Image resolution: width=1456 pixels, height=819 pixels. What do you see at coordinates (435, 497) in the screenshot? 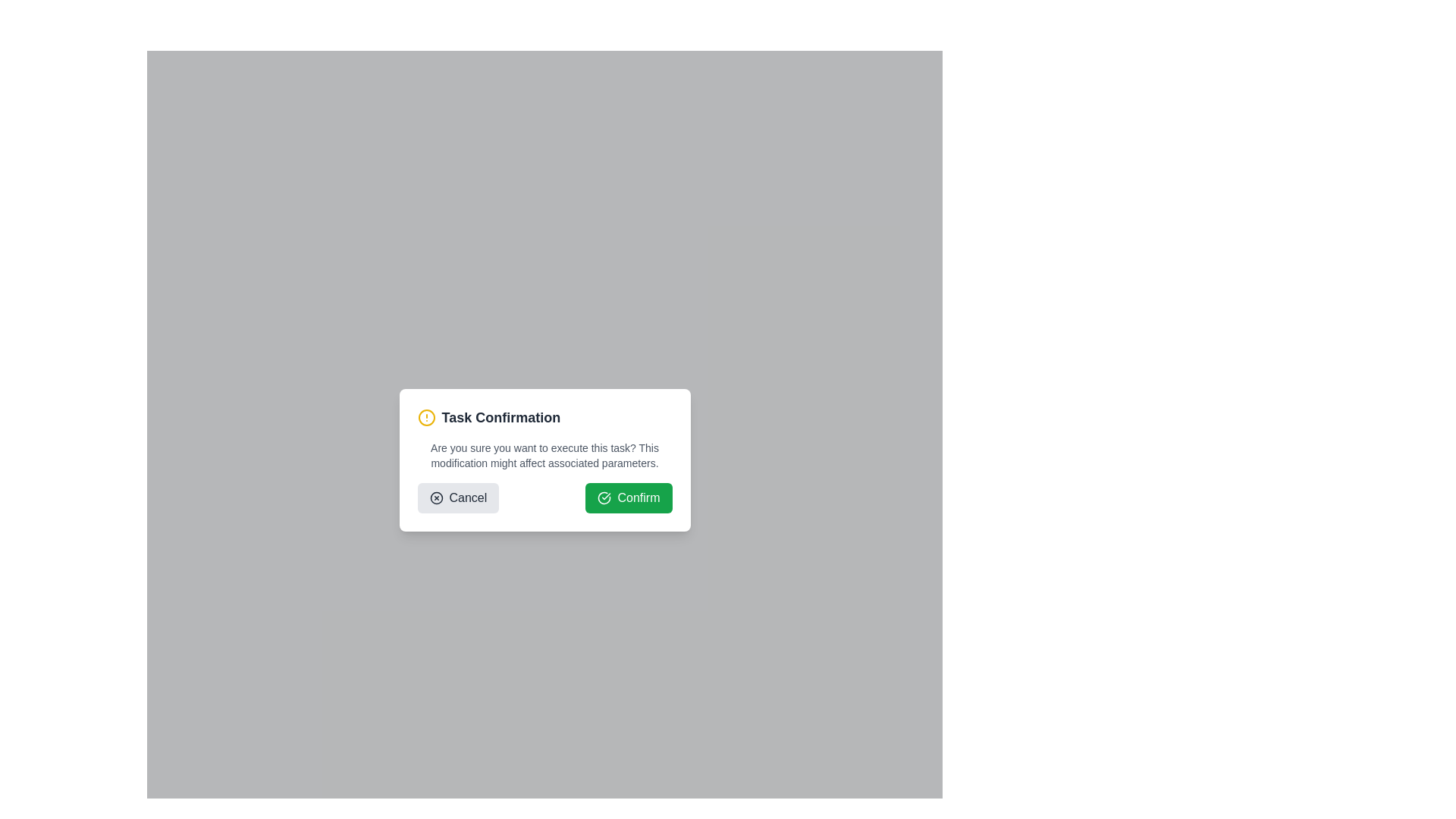
I see `the Circular icon with embedded shape that represents the 'Cancel' button in the confirmation dialog box` at bounding box center [435, 497].